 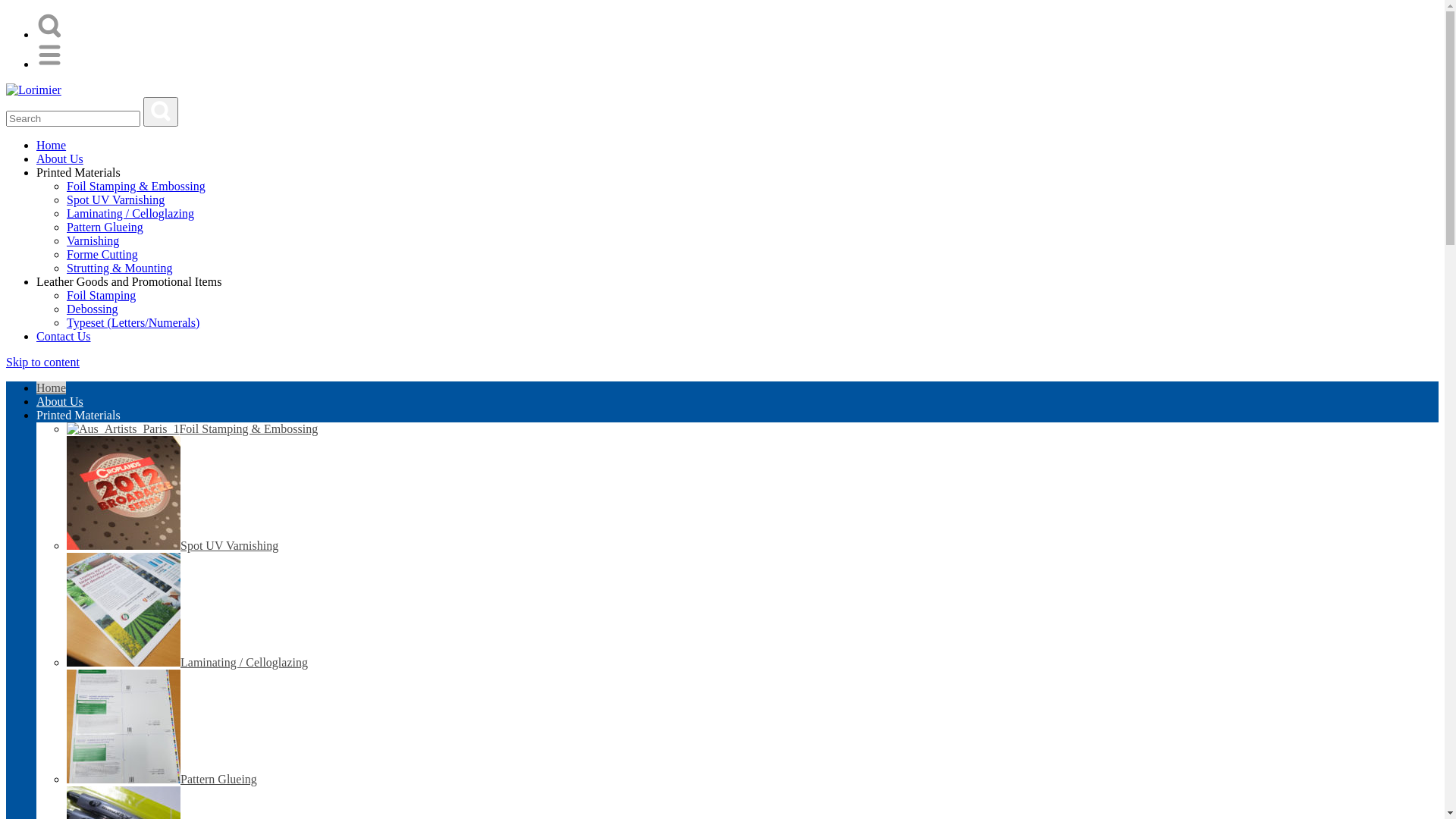 What do you see at coordinates (59, 400) in the screenshot?
I see `'About Us'` at bounding box center [59, 400].